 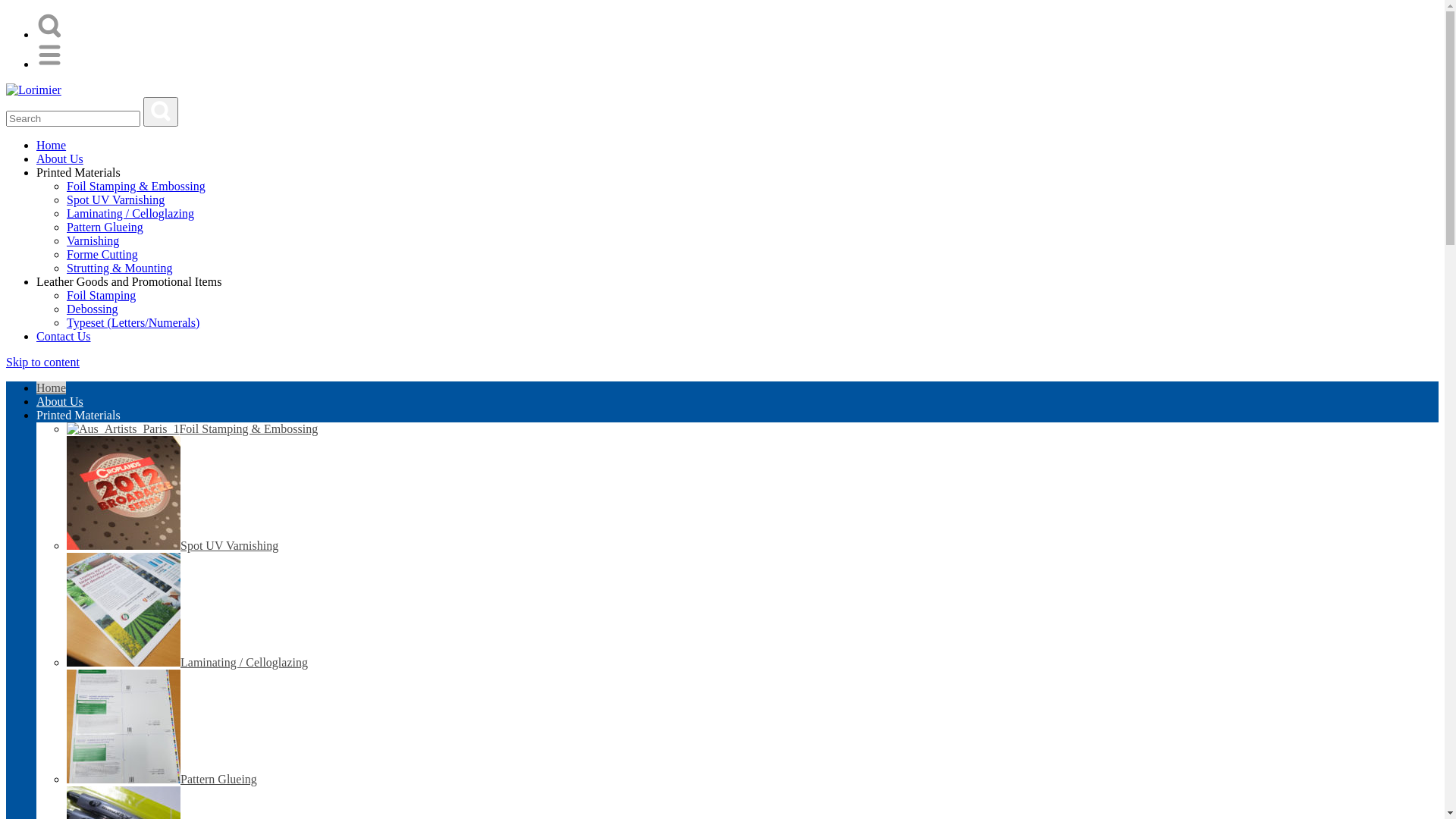 What do you see at coordinates (59, 400) in the screenshot?
I see `'About Us'` at bounding box center [59, 400].